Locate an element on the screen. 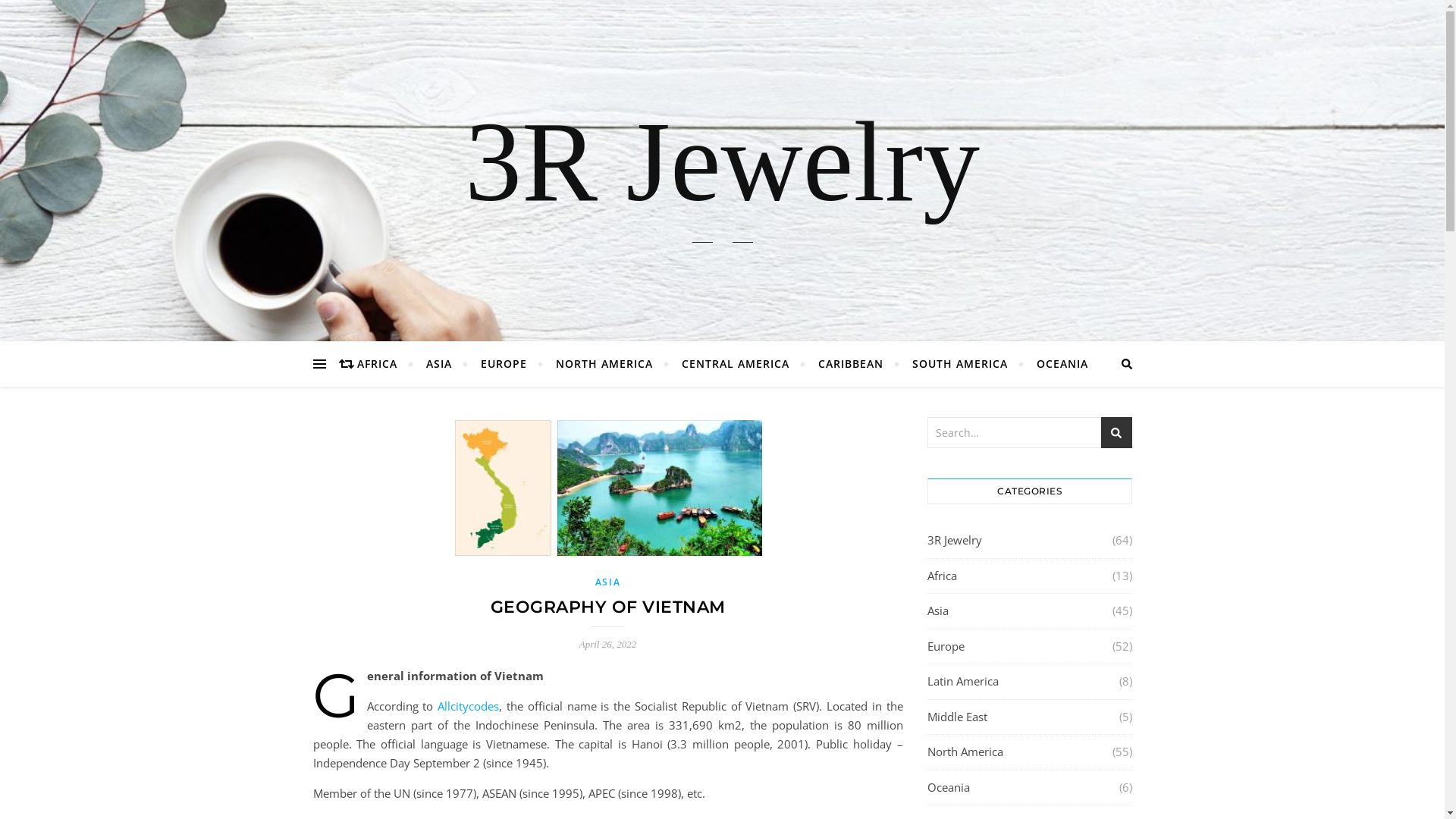 This screenshot has width=1456, height=819. 'EUROPE' is located at coordinates (503, 363).